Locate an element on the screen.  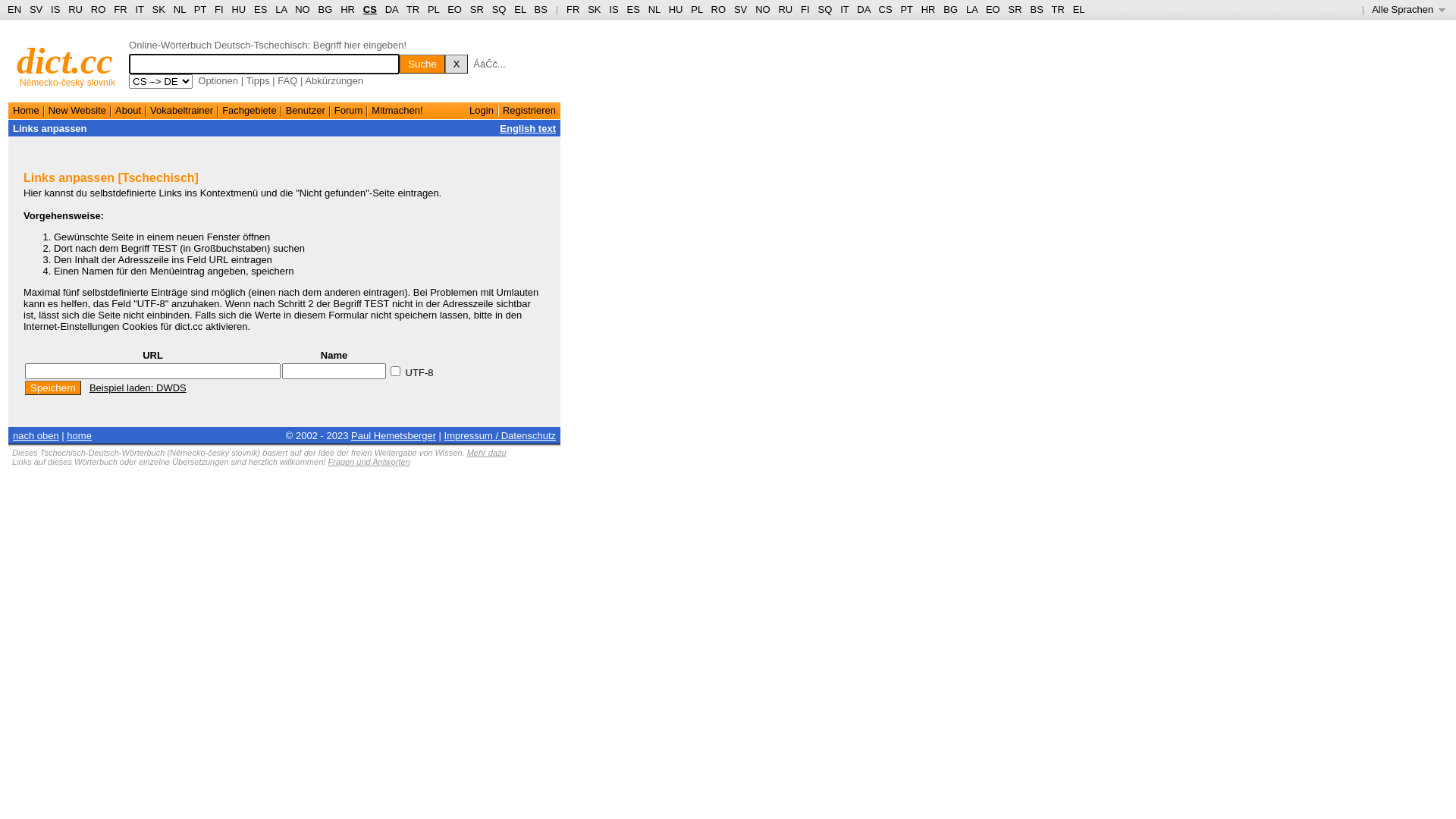
'Beispiel laden: DWDS' is located at coordinates (138, 387).